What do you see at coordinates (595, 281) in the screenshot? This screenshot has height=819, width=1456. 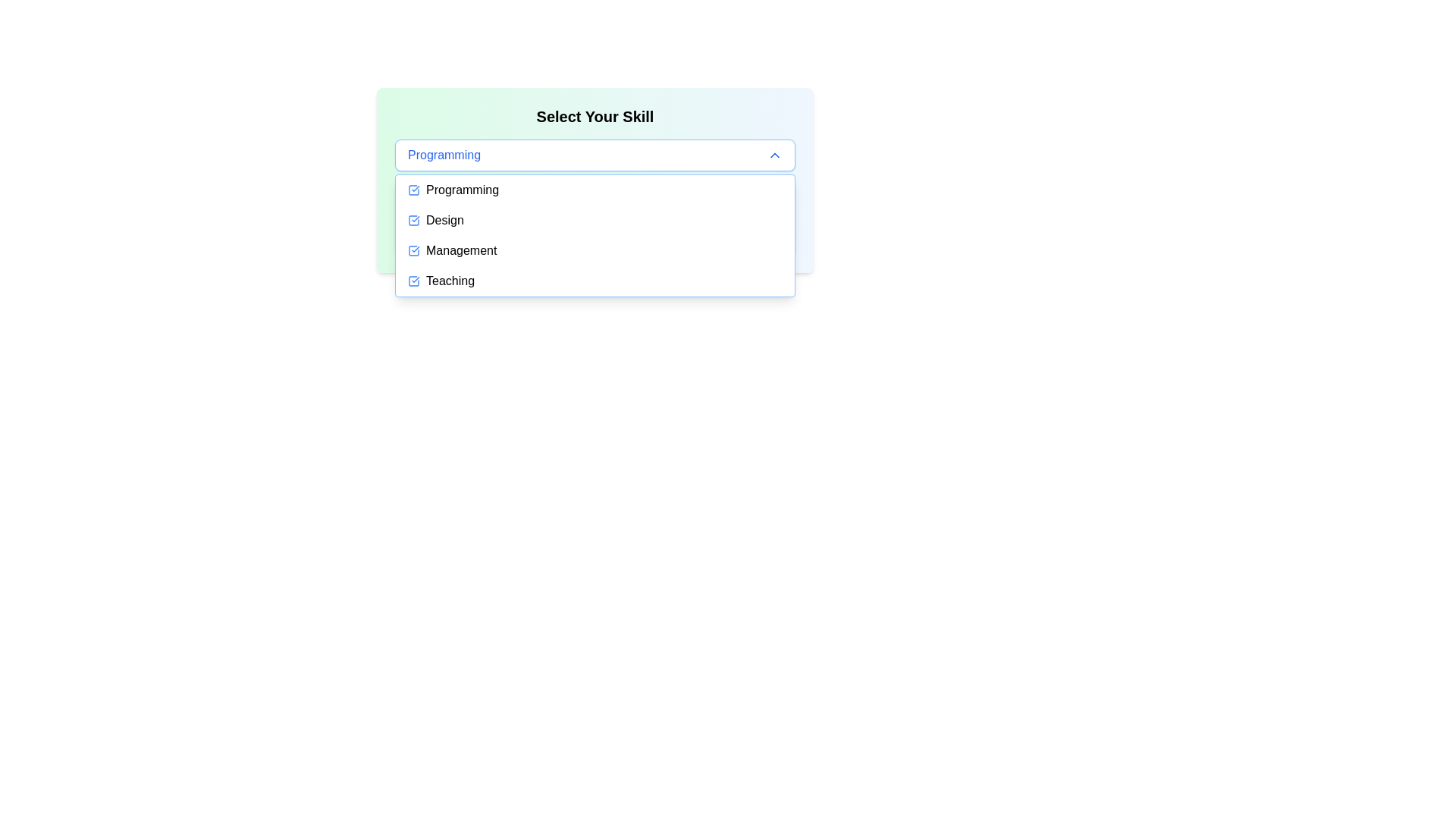 I see `the fourth item in the 'Select Your Skill' dropdown menu, which represents the 'Teaching' skill` at bounding box center [595, 281].